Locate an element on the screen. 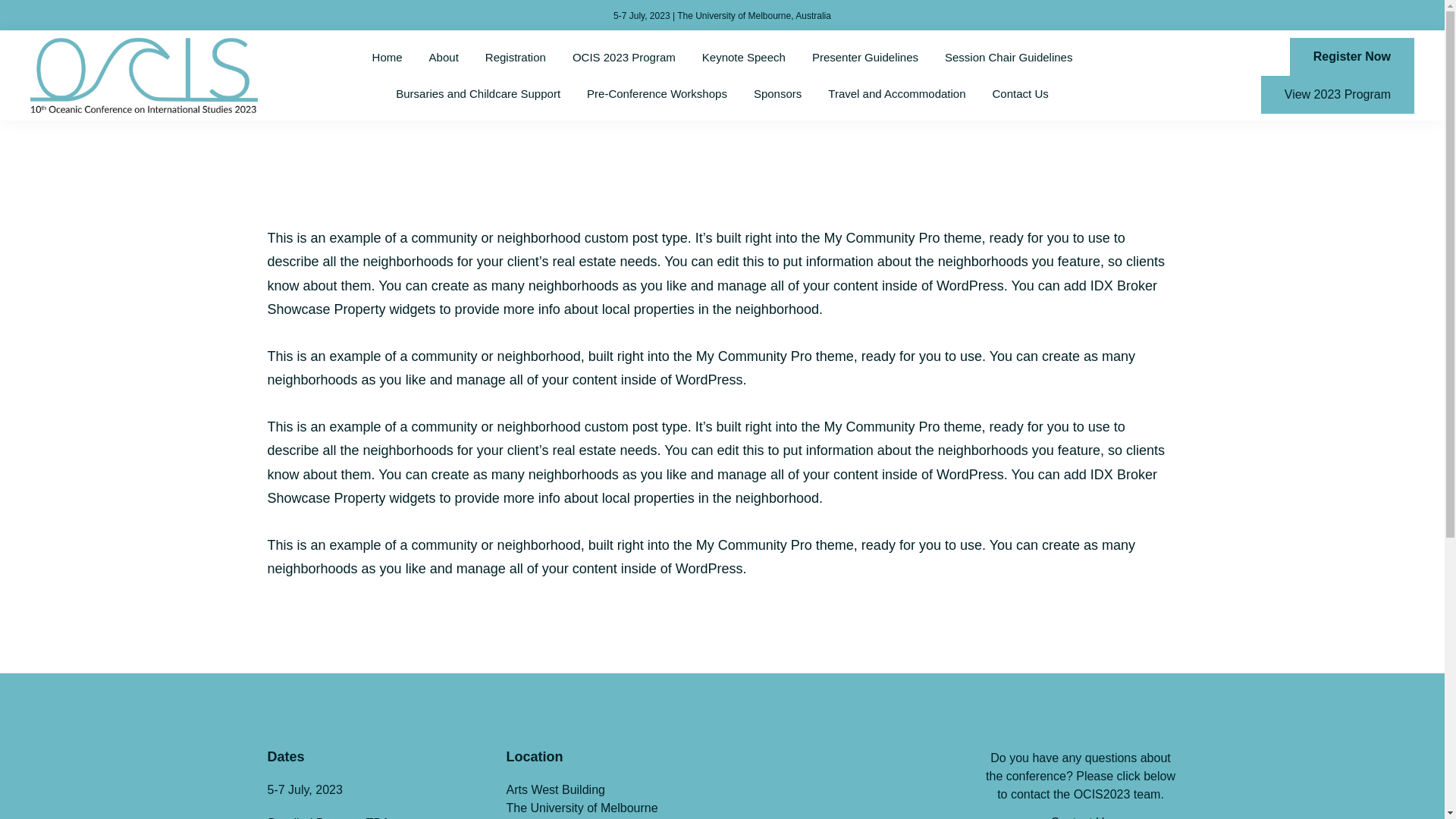  'Register Now' is located at coordinates (1351, 55).